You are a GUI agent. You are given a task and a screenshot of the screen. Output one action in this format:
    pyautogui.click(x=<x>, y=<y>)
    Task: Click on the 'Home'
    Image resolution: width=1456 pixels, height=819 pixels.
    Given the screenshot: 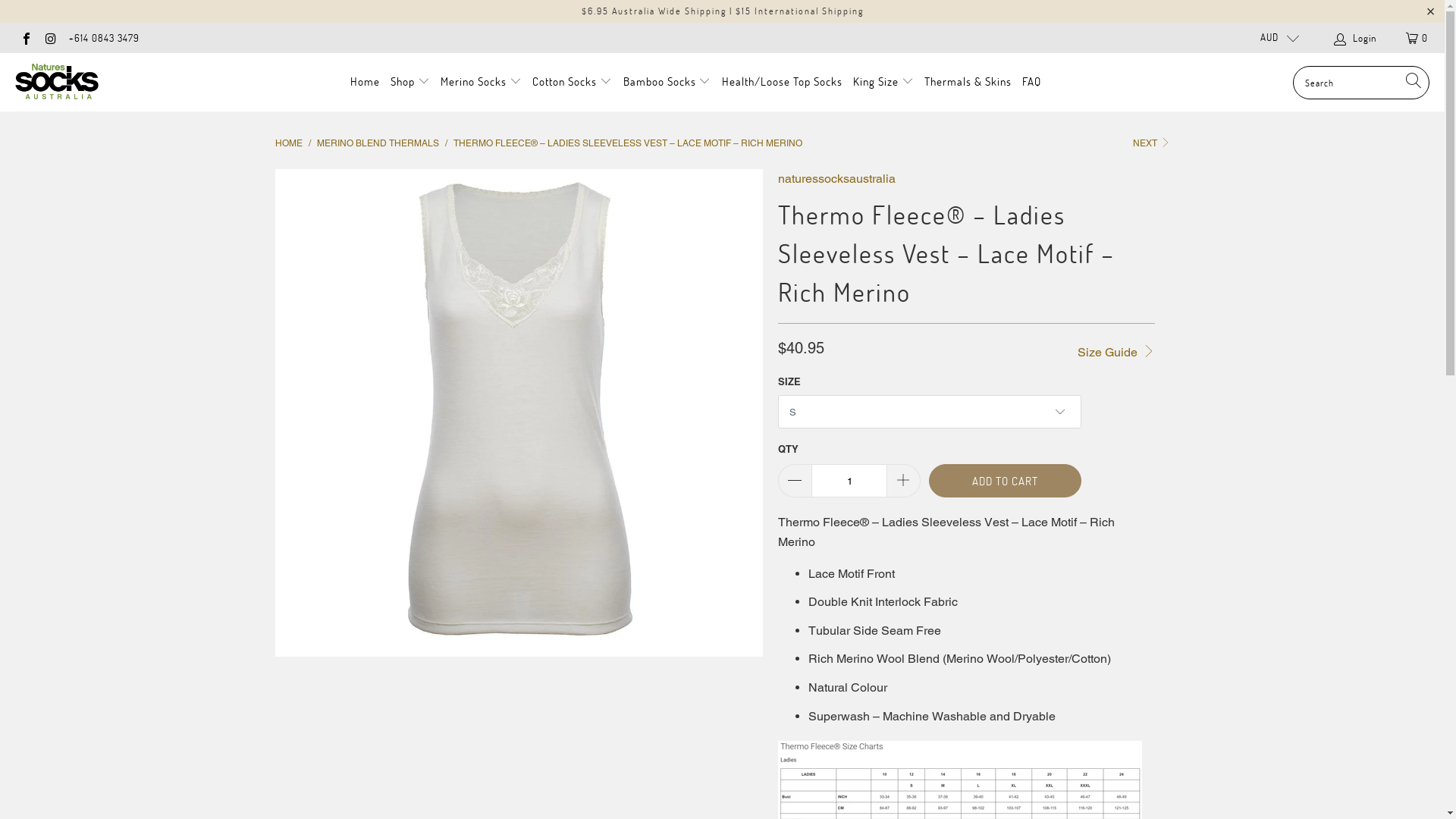 What is the action you would take?
    pyautogui.click(x=349, y=82)
    